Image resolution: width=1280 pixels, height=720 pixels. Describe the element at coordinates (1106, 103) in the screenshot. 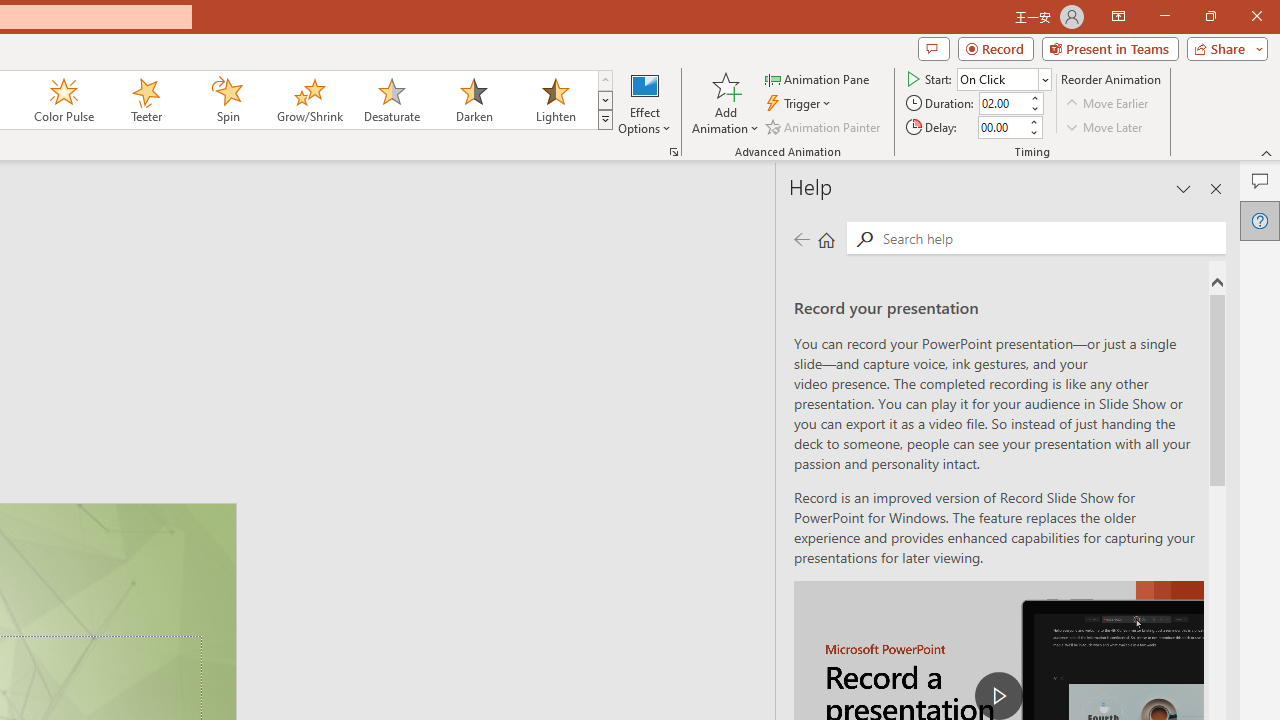

I see `'Move Earlier'` at that location.